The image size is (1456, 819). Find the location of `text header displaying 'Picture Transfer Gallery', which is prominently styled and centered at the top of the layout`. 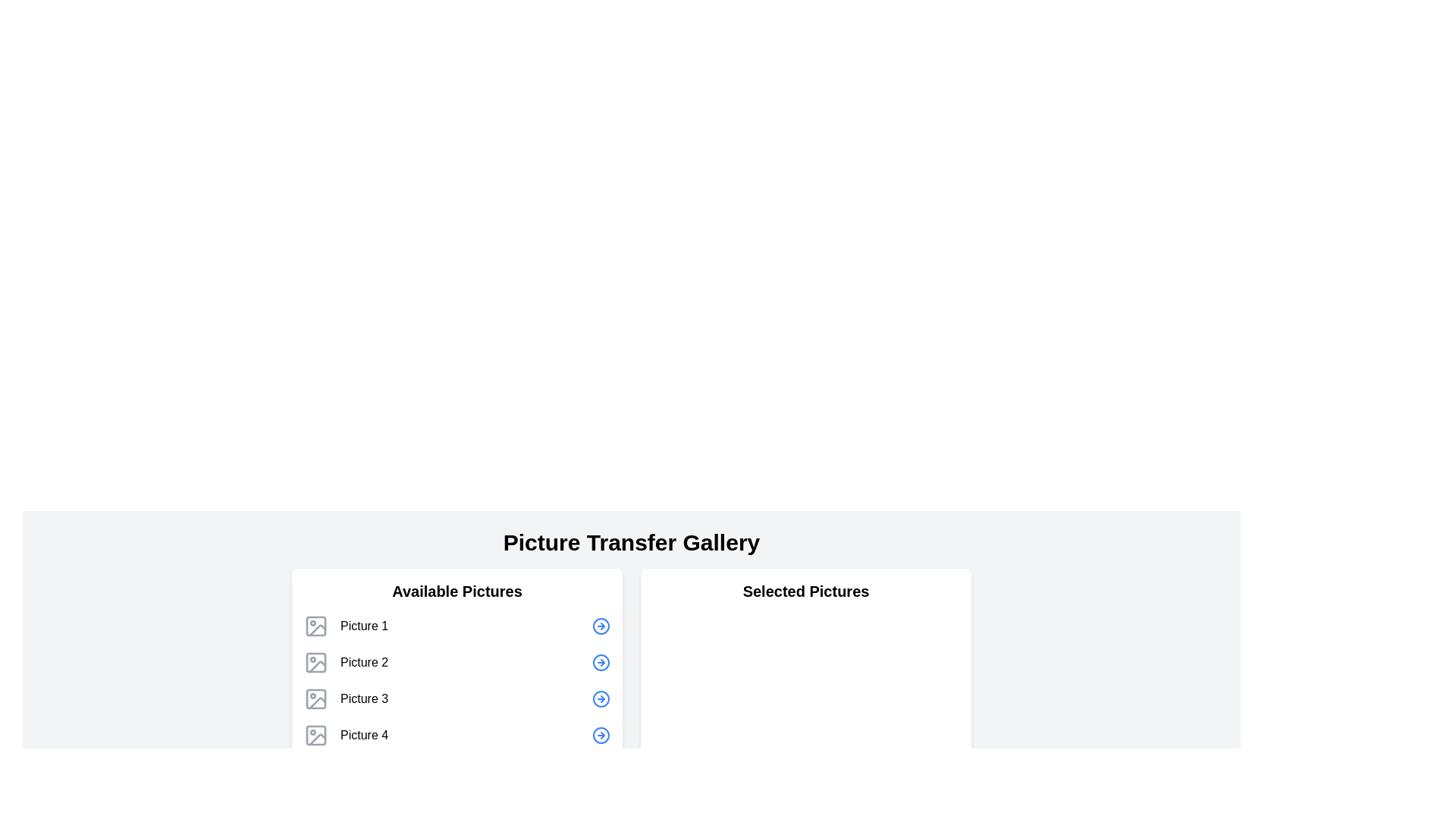

text header displaying 'Picture Transfer Gallery', which is prominently styled and centered at the top of the layout is located at coordinates (632, 542).